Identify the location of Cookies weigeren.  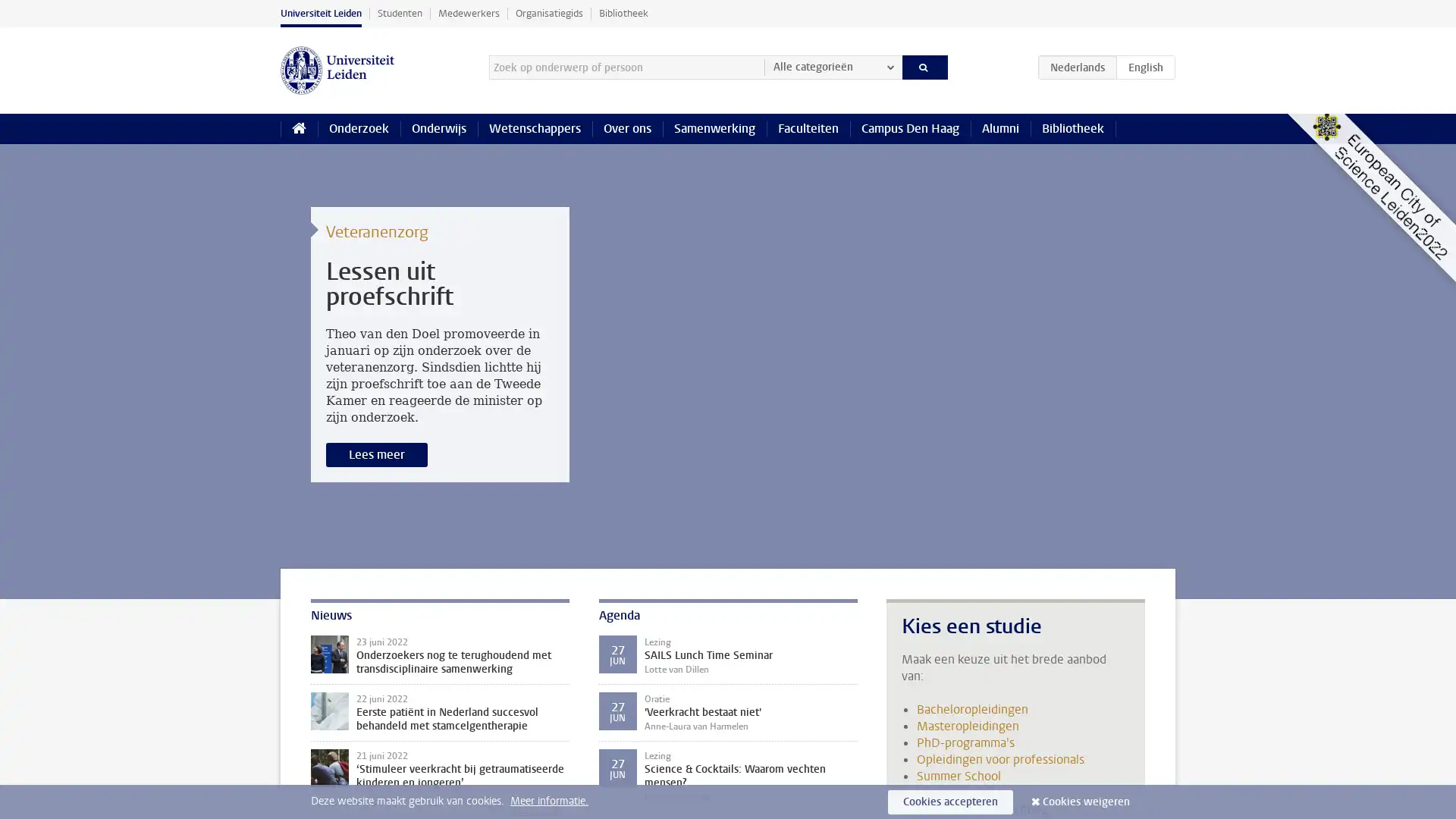
(1085, 801).